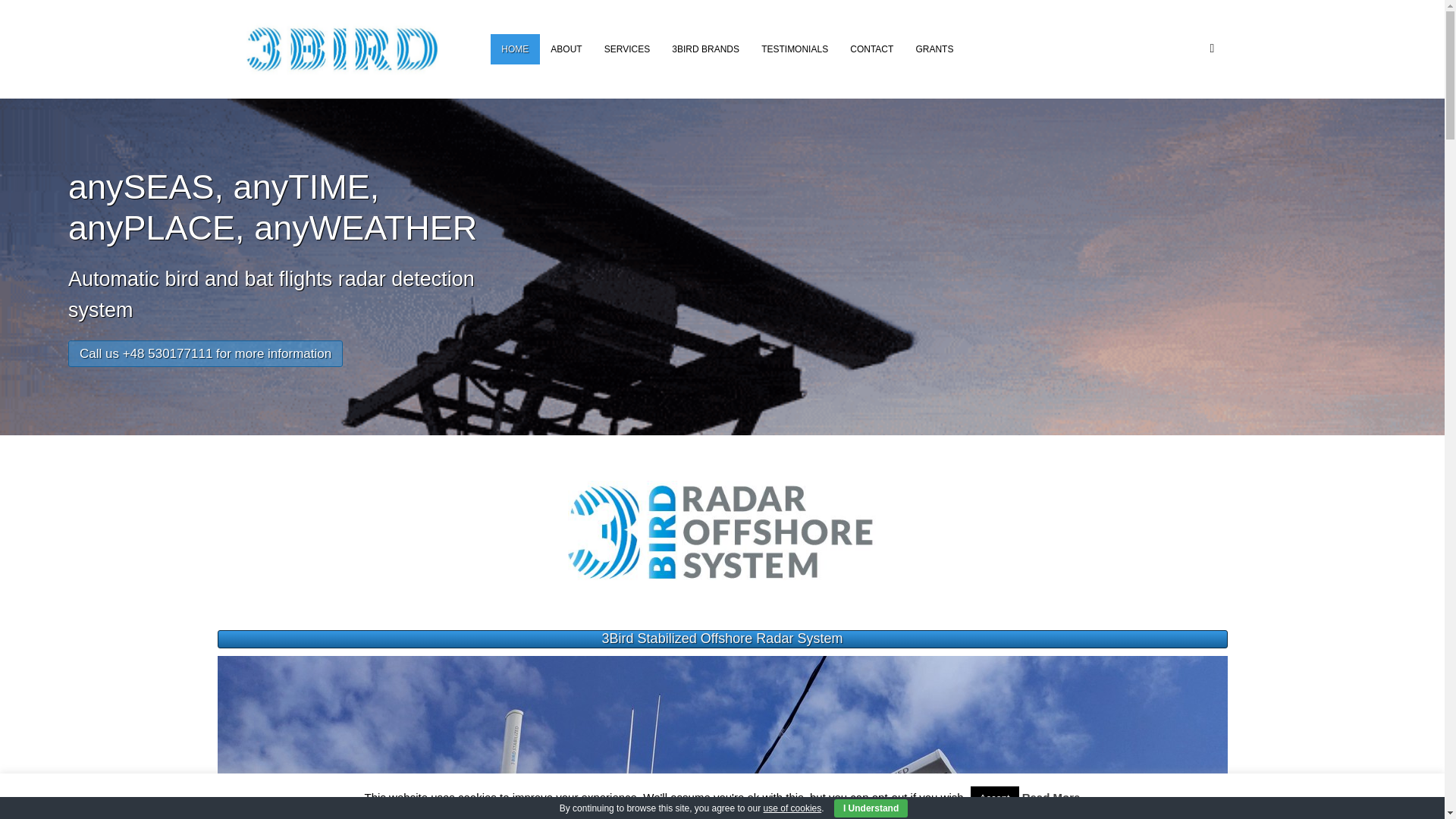 This screenshot has height=819, width=1456. Describe the element at coordinates (626, 49) in the screenshot. I see `'SERVICES'` at that location.